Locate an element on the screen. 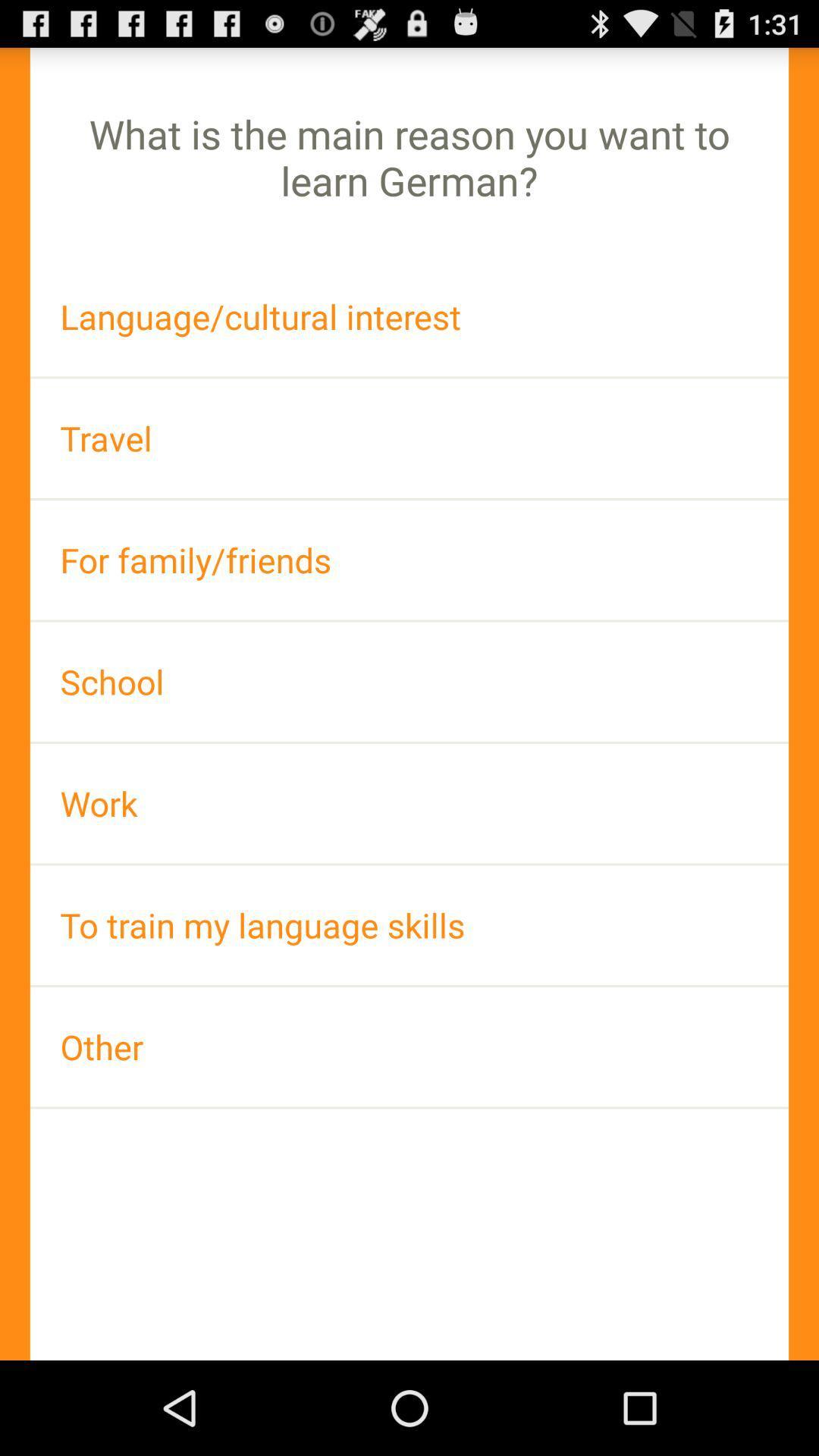  the language/cultural interest app is located at coordinates (409, 315).